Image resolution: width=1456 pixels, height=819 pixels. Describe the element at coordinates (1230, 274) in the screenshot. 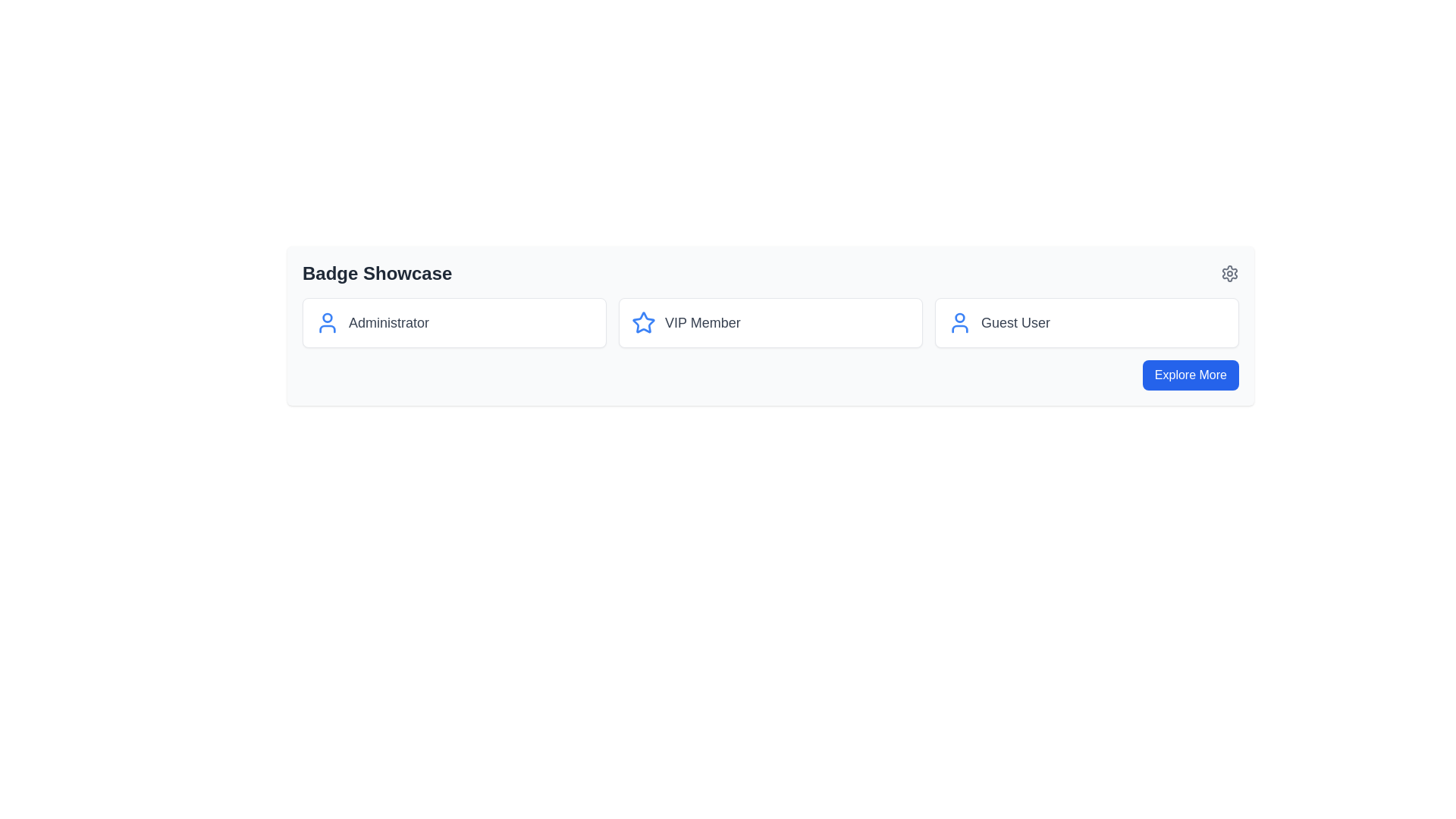

I see `the gear icon located at the far right of the 'Badge Showcase' section` at that location.